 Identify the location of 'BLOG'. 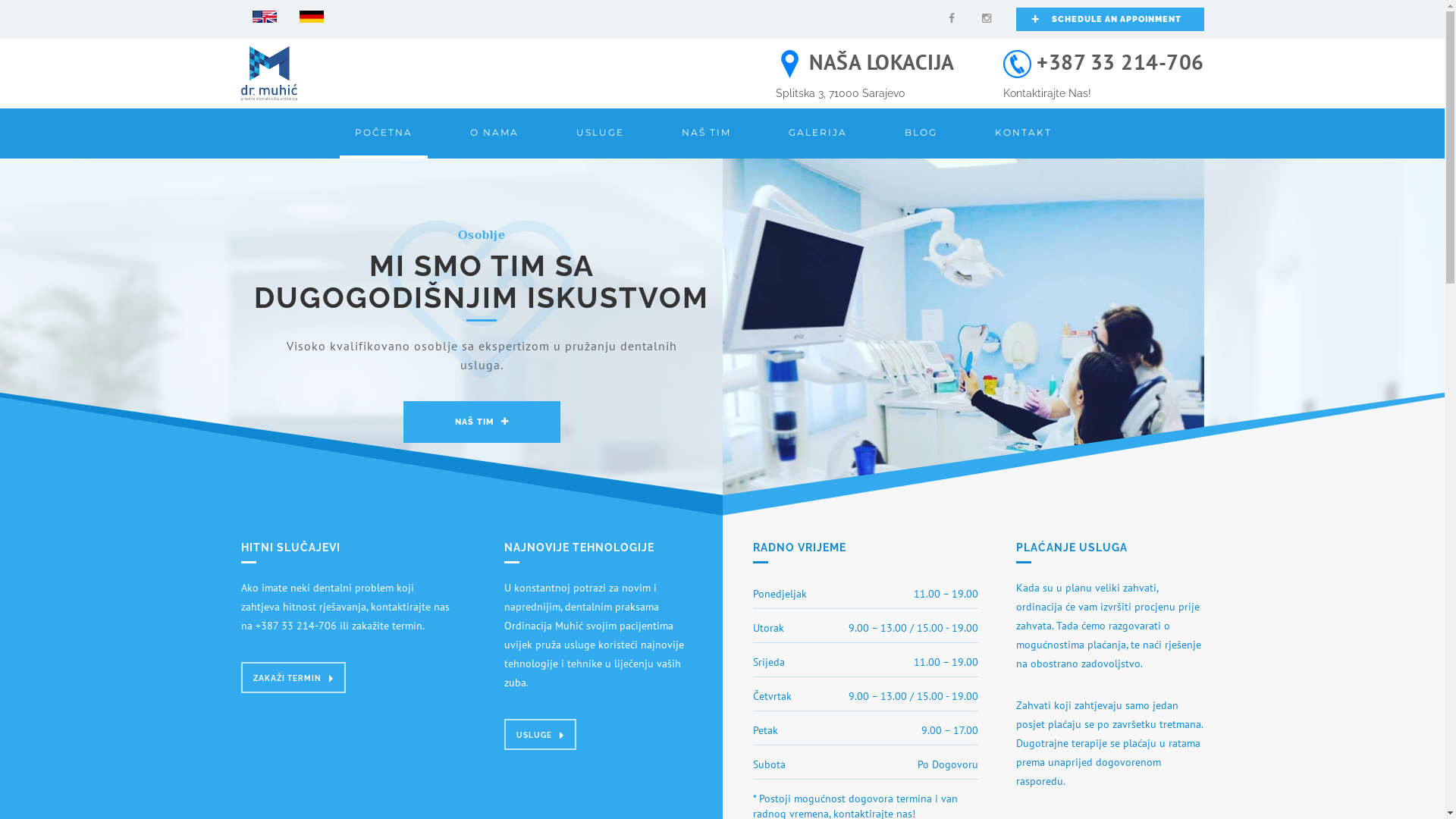
(919, 133).